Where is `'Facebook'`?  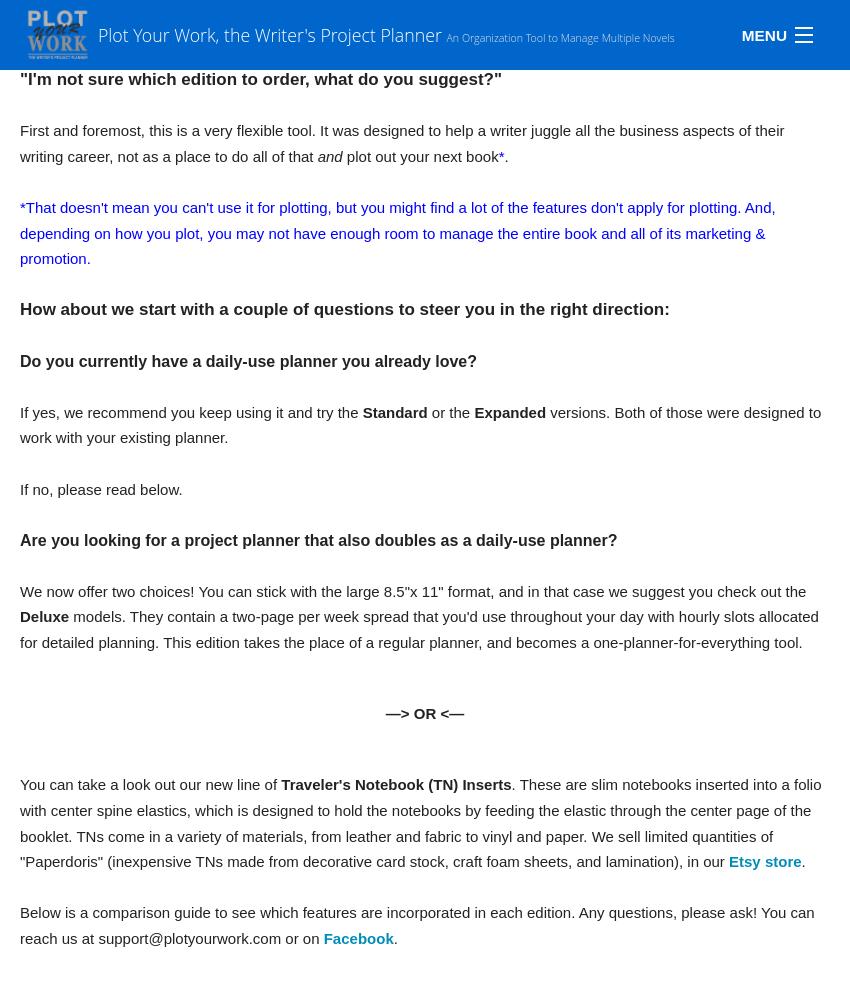 'Facebook' is located at coordinates (357, 938).